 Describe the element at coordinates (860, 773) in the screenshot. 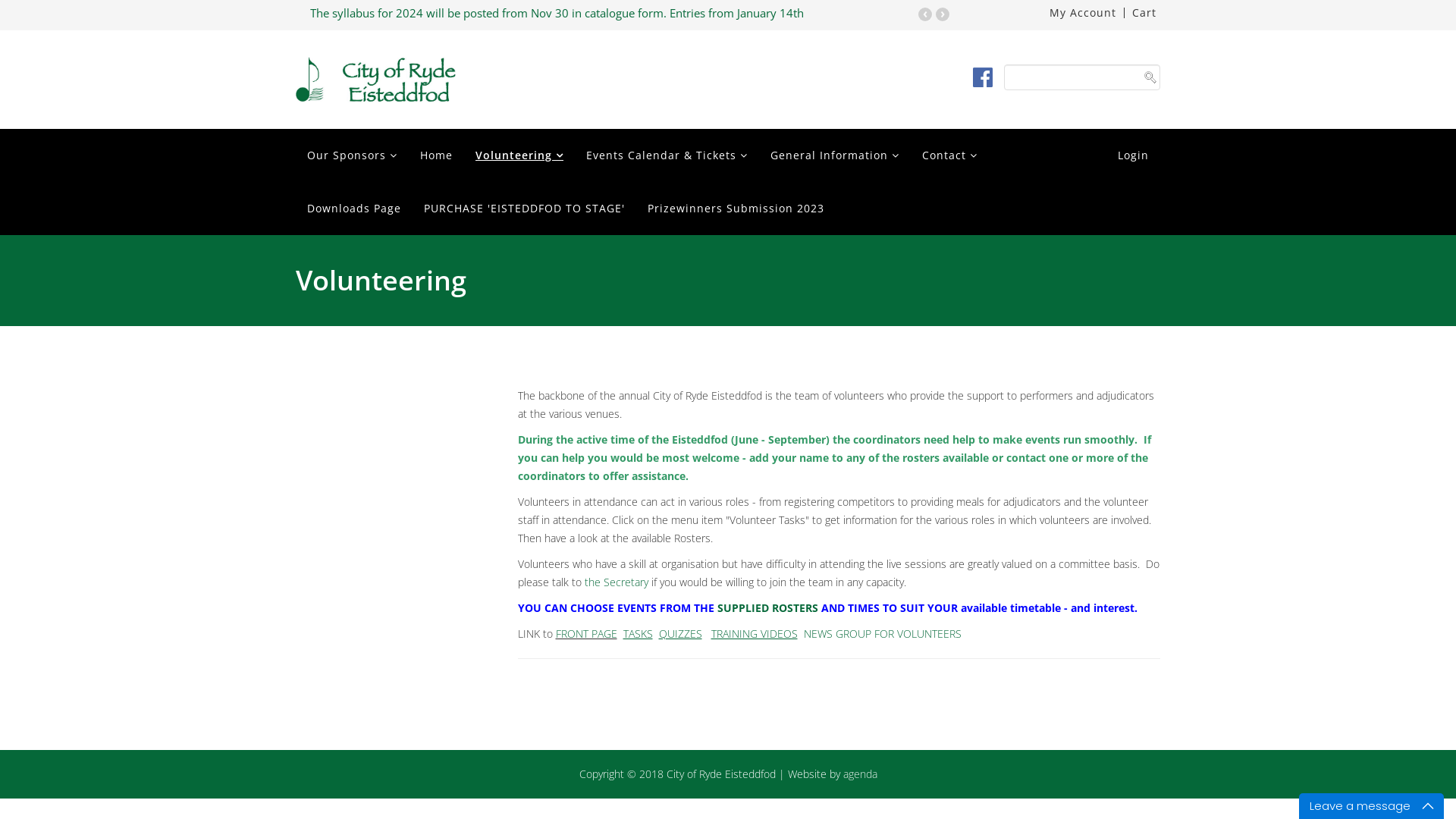

I see `'agenda'` at that location.